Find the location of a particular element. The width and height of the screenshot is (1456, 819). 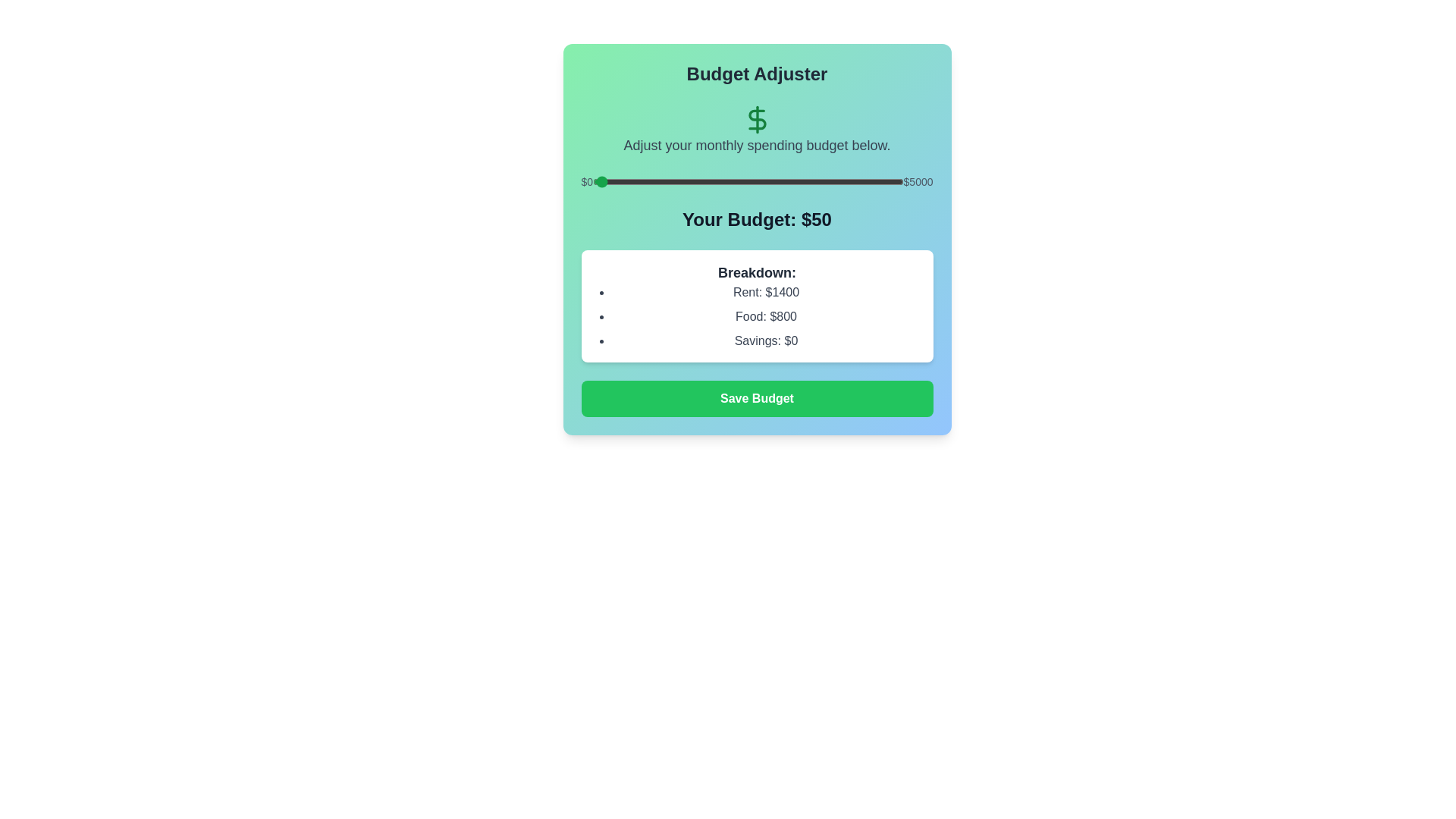

the budget to 1078 dollars by adjusting the slider is located at coordinates (660, 180).